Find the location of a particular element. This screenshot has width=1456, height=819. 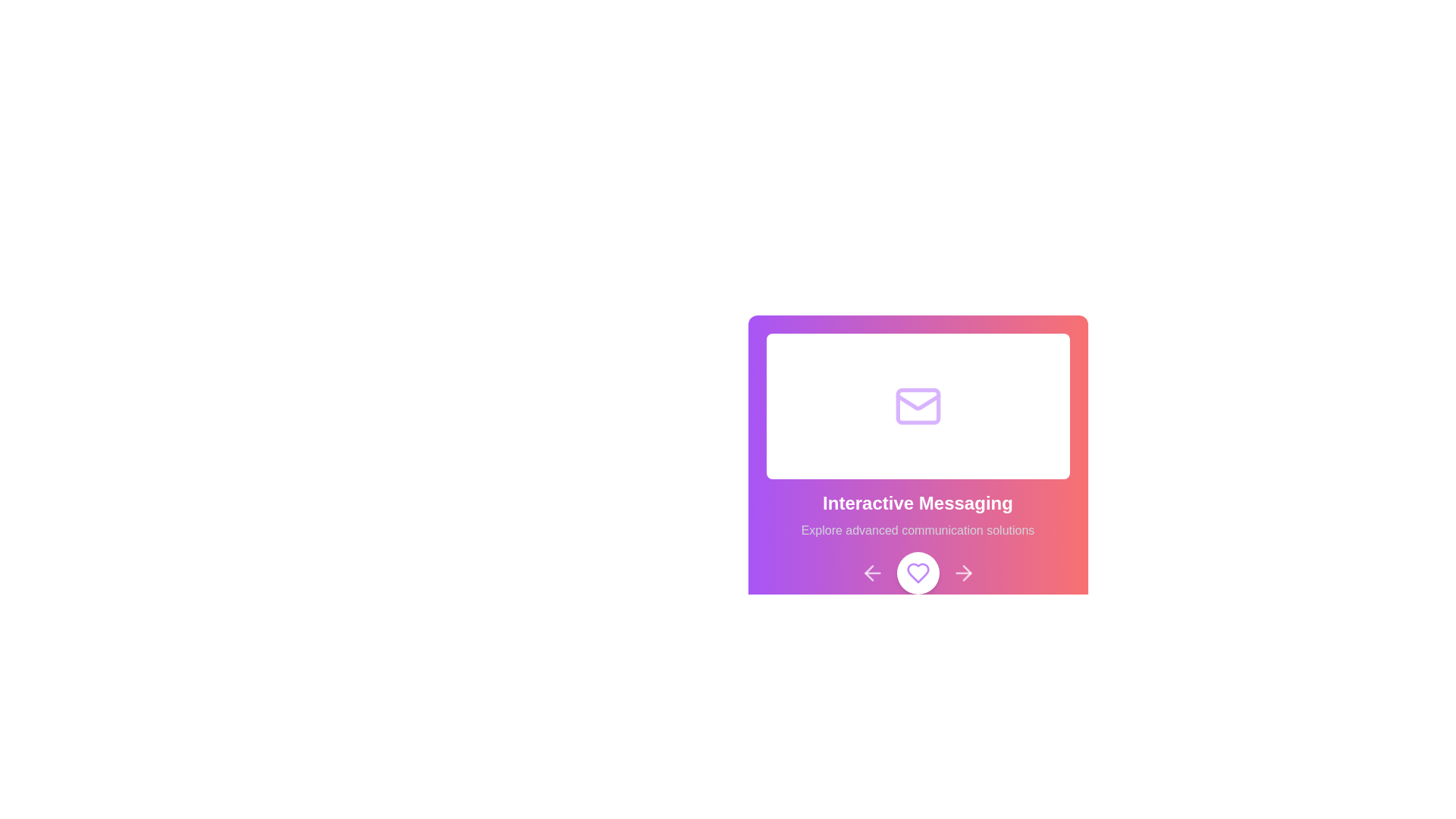

the envelope icon located within the 'Interactive Messaging' card section, which has a gradient background and rounded corners is located at coordinates (917, 406).